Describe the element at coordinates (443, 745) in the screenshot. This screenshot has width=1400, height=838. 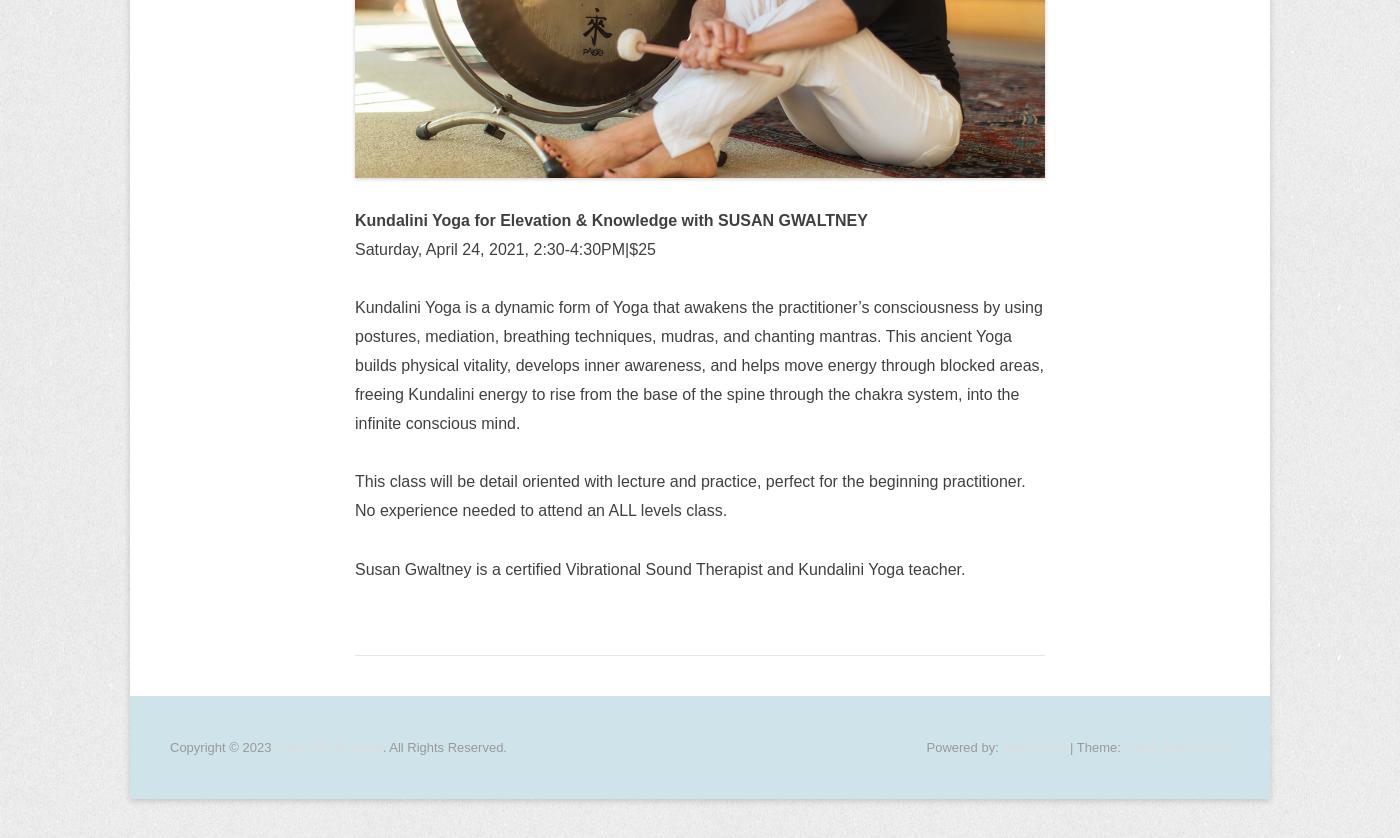
I see `'. All Rights Reserved.'` at that location.